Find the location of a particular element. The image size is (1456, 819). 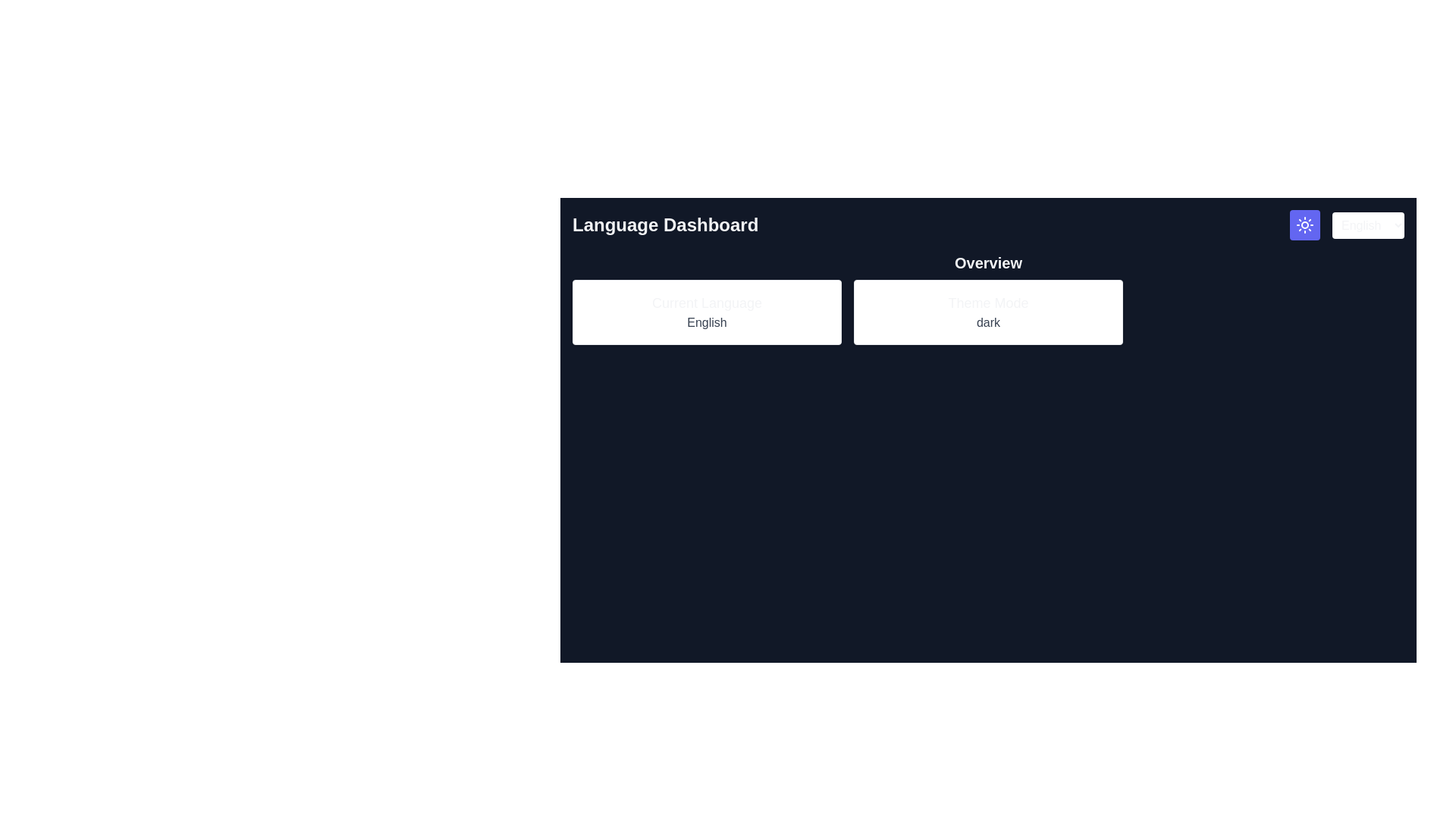

the square button with rounded corners and a purple background featuring a white sun icon in the center is located at coordinates (1304, 225).